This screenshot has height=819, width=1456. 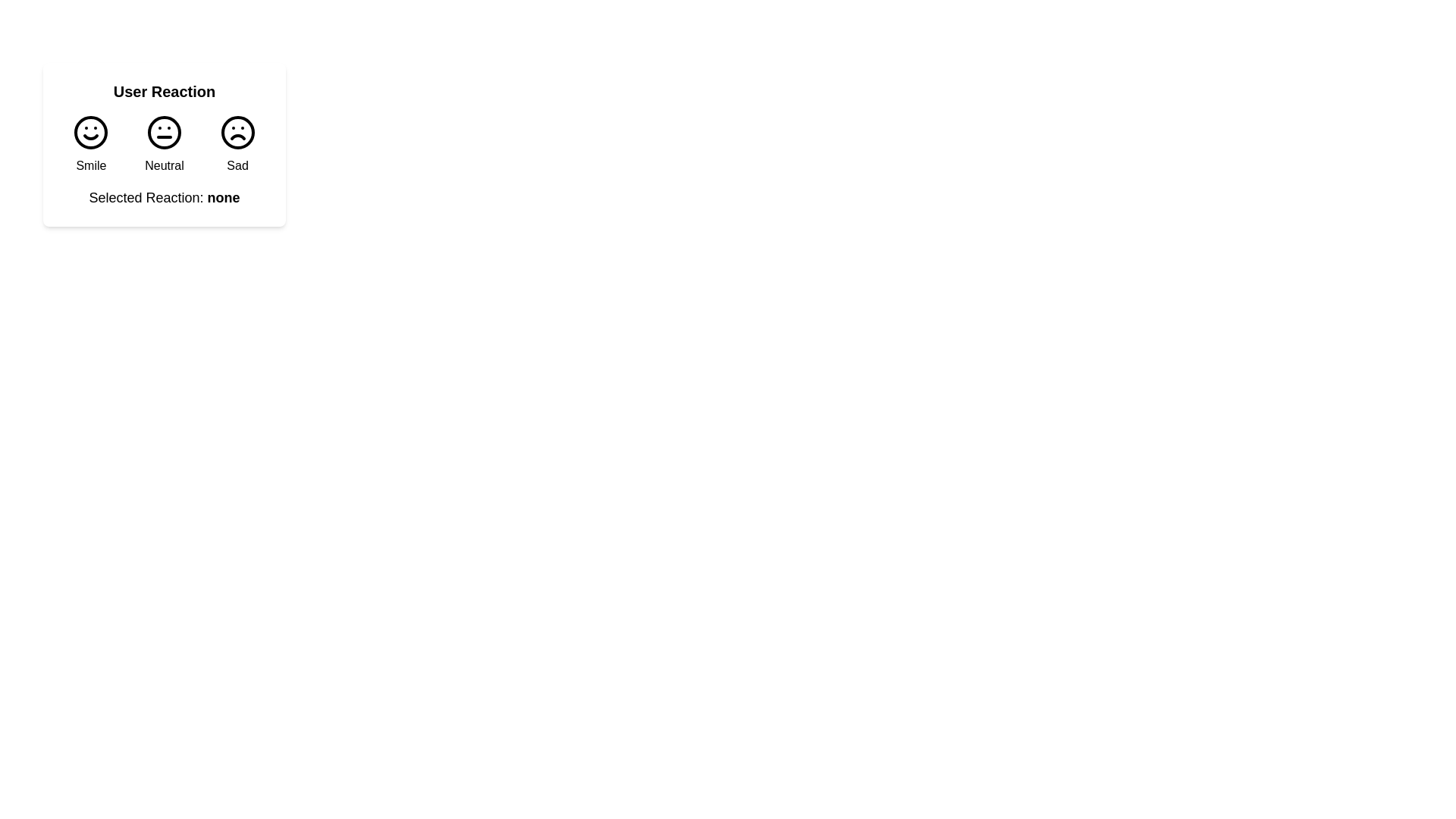 What do you see at coordinates (90, 131) in the screenshot?
I see `the main boundary circle of the smiley face icon` at bounding box center [90, 131].